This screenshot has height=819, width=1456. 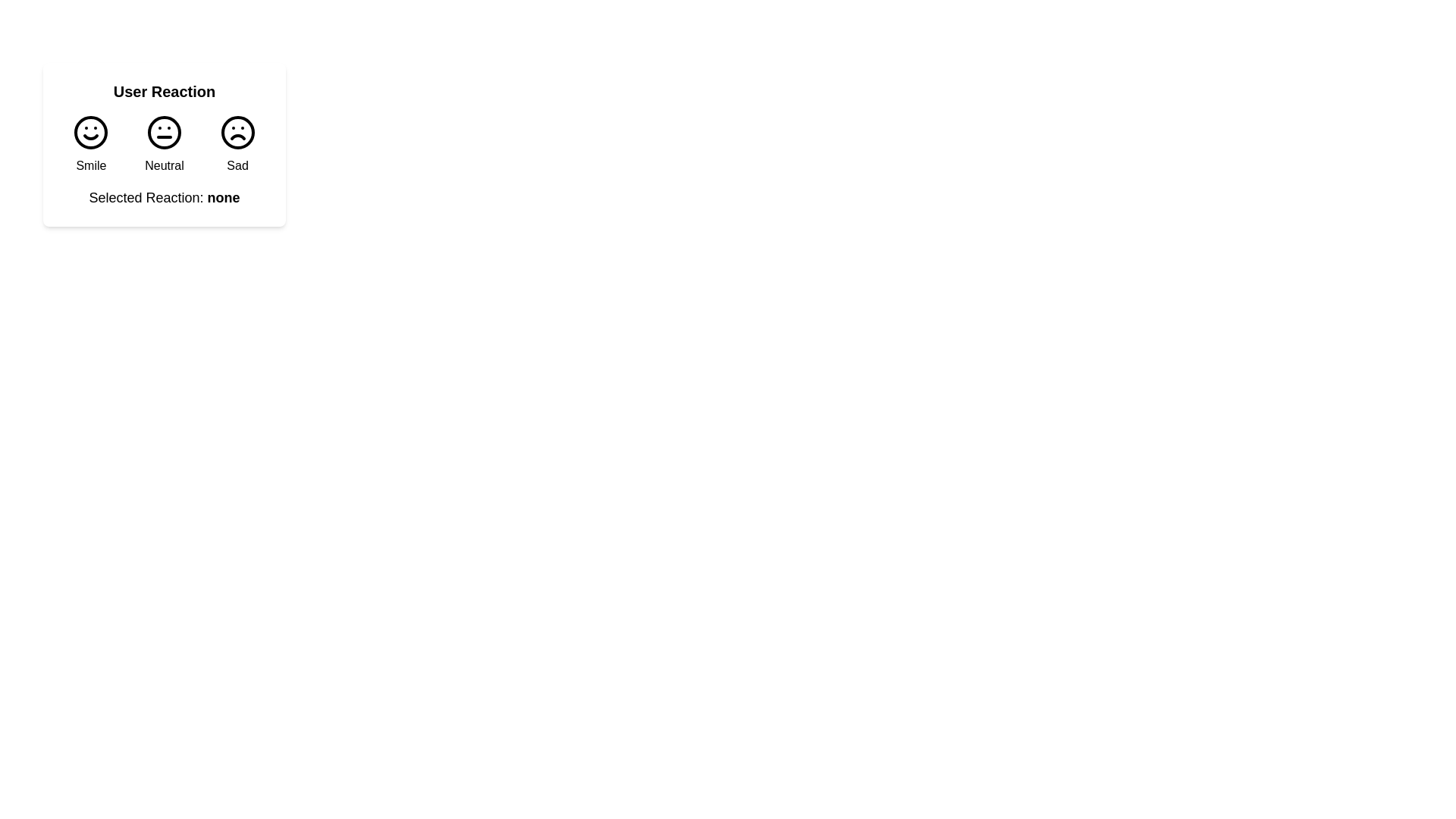 What do you see at coordinates (90, 131) in the screenshot?
I see `the main boundary circle of the smiley face icon` at bounding box center [90, 131].